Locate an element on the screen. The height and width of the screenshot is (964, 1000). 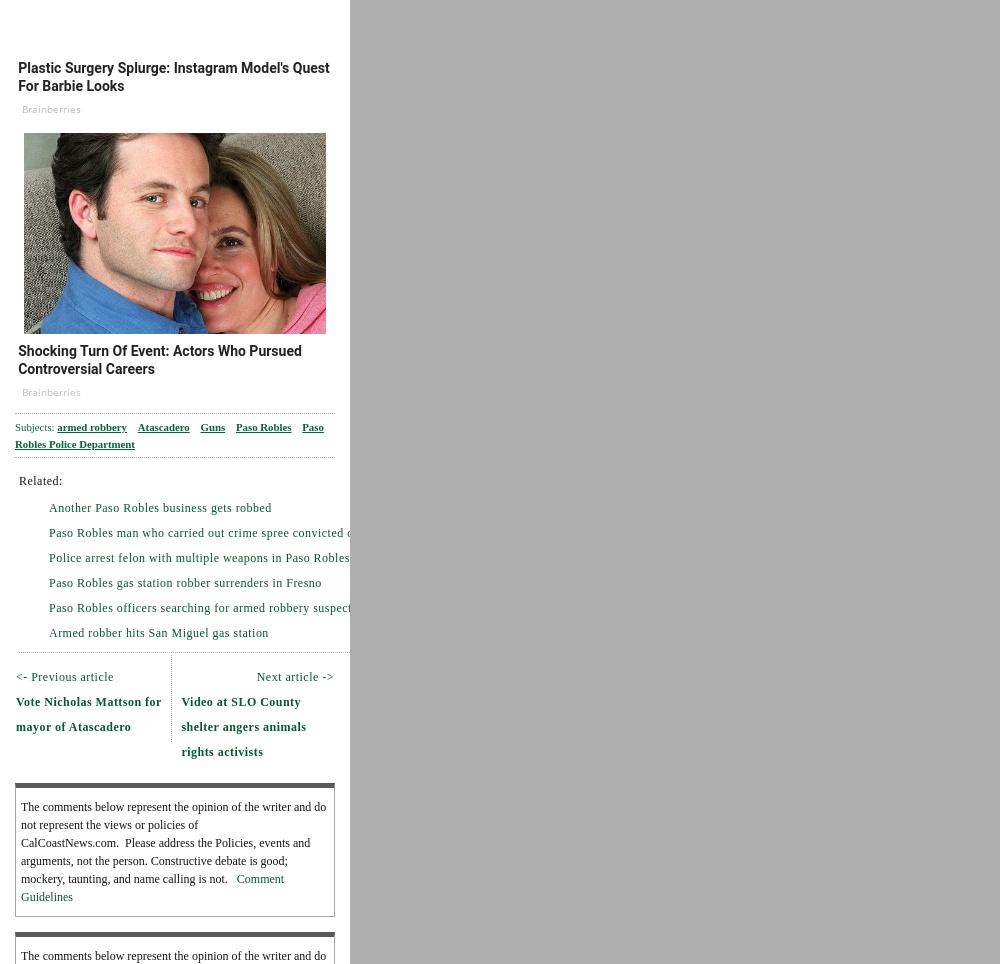
'Paso Robles' is located at coordinates (263, 425).